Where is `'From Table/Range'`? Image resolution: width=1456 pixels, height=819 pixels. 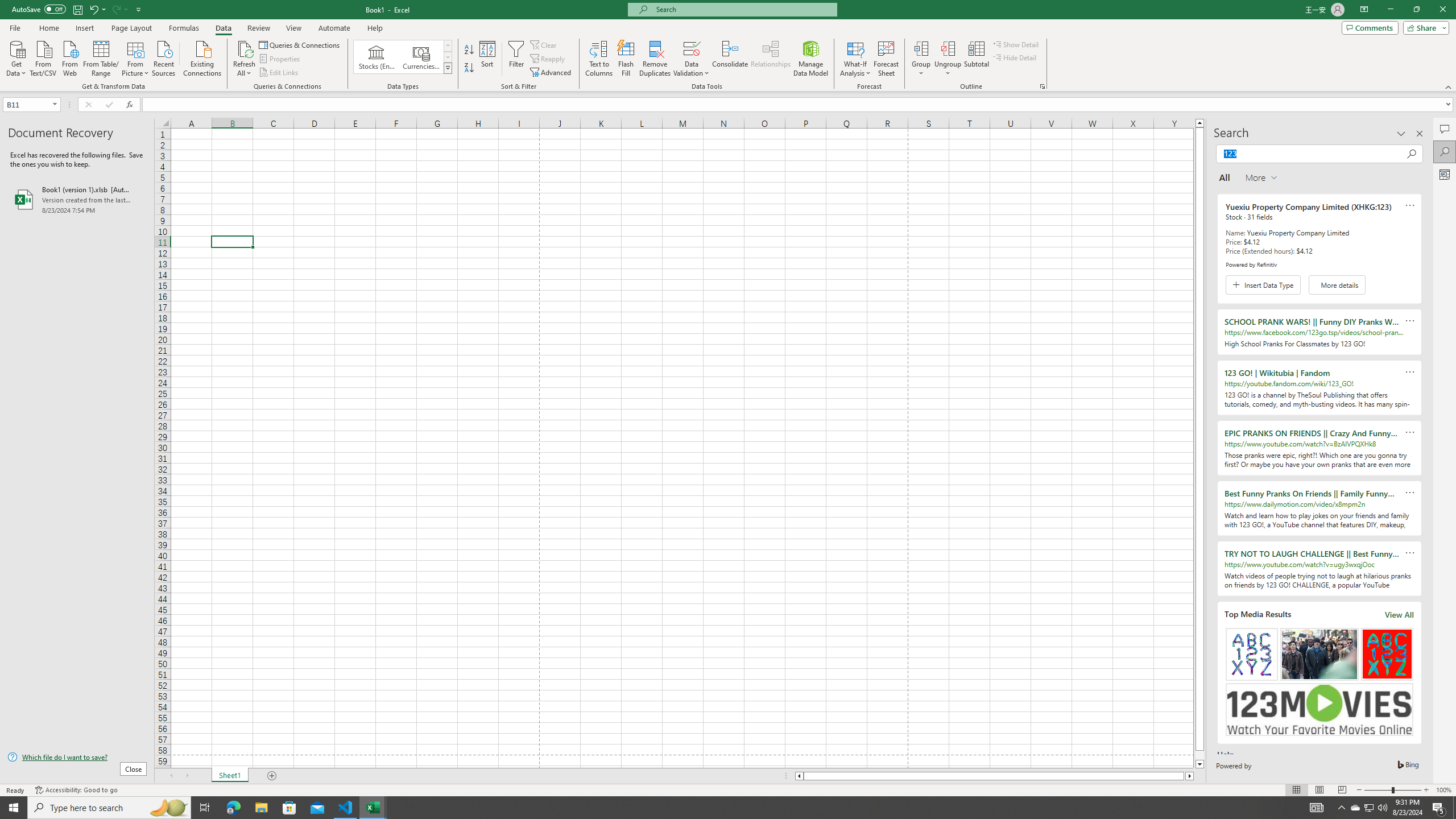
'From Table/Range' is located at coordinates (100, 57).